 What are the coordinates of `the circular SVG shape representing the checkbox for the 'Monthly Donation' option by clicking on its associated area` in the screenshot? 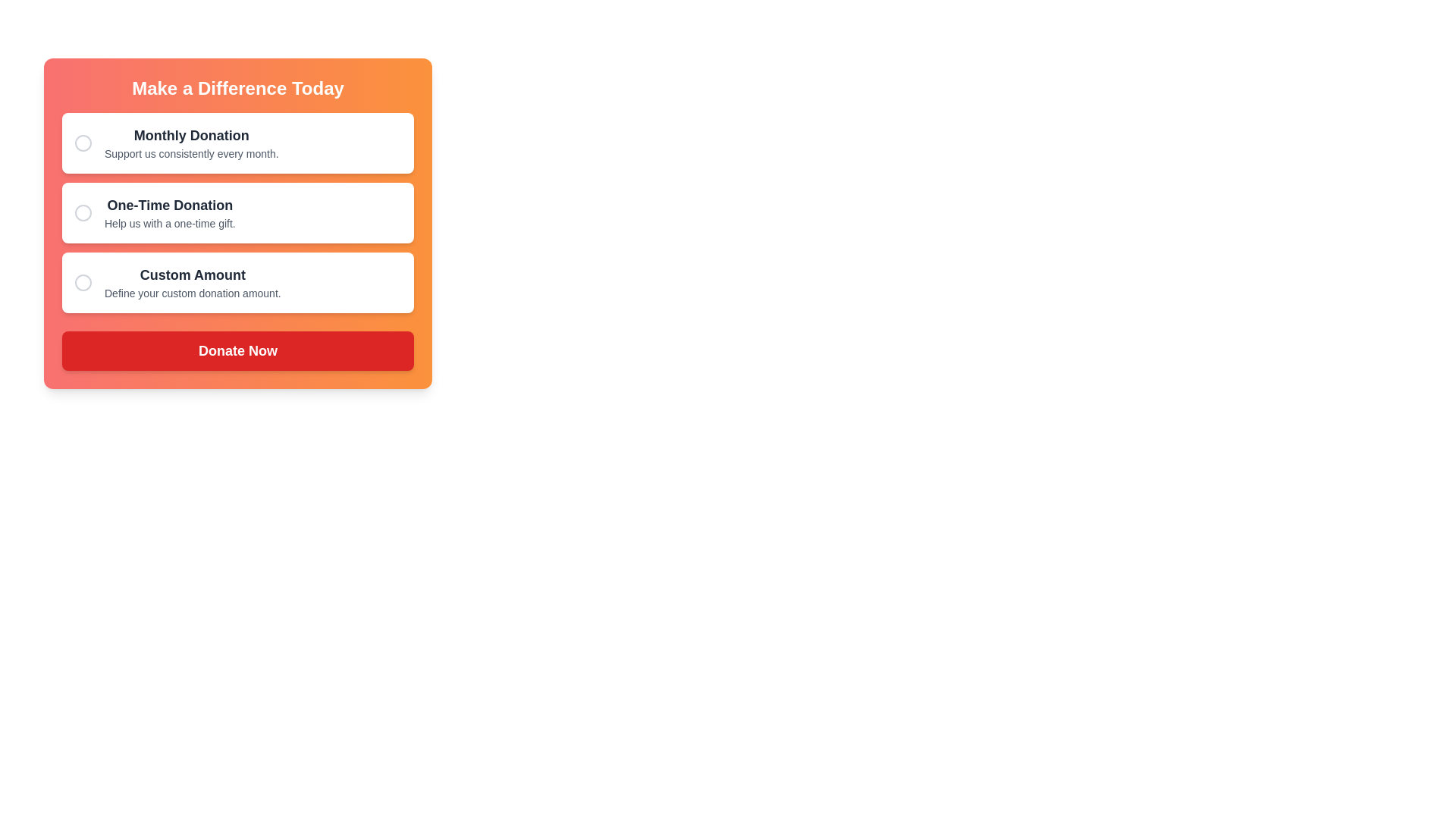 It's located at (83, 143).